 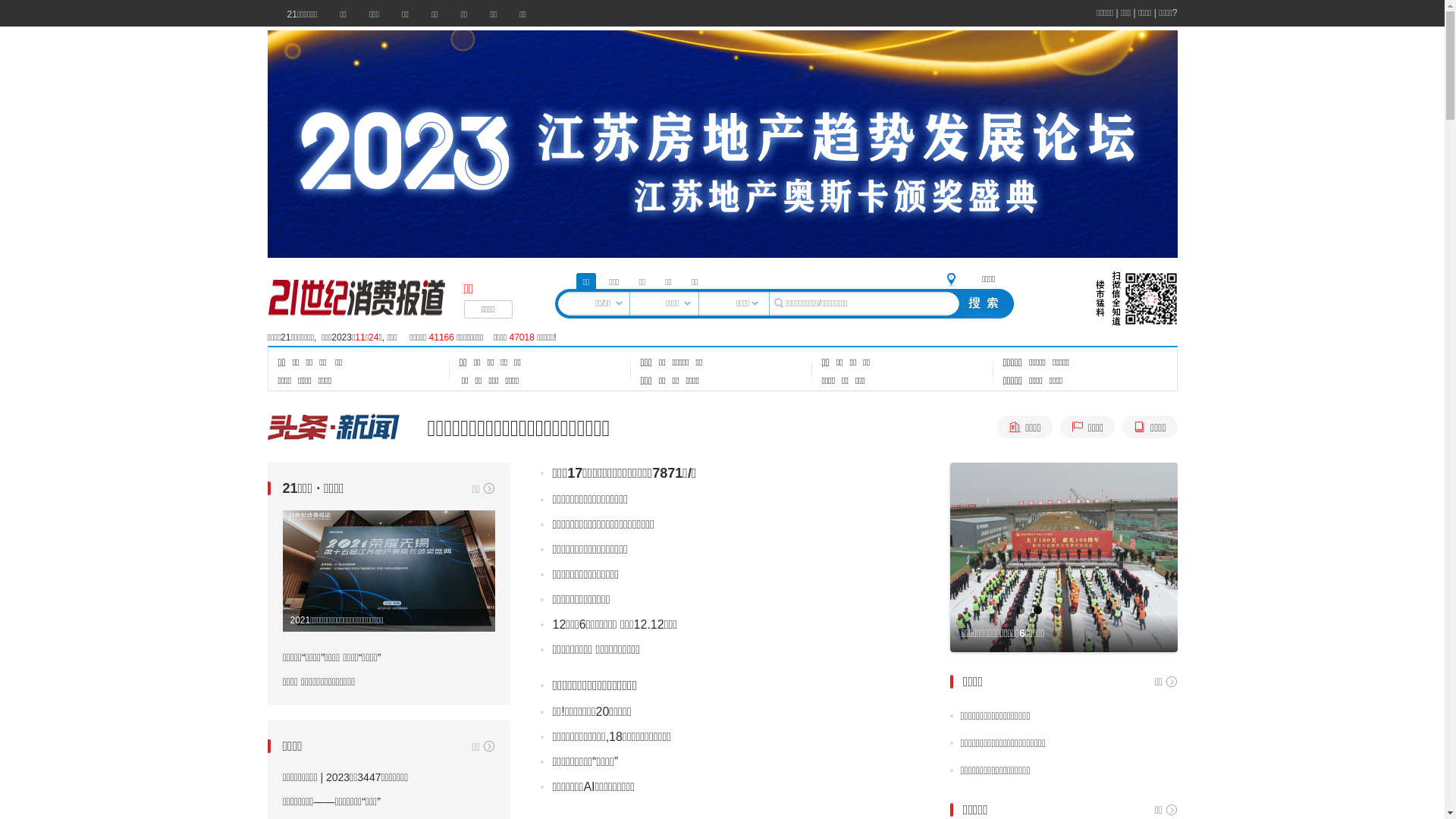 I want to click on '6', so click(x=1106, y=609).